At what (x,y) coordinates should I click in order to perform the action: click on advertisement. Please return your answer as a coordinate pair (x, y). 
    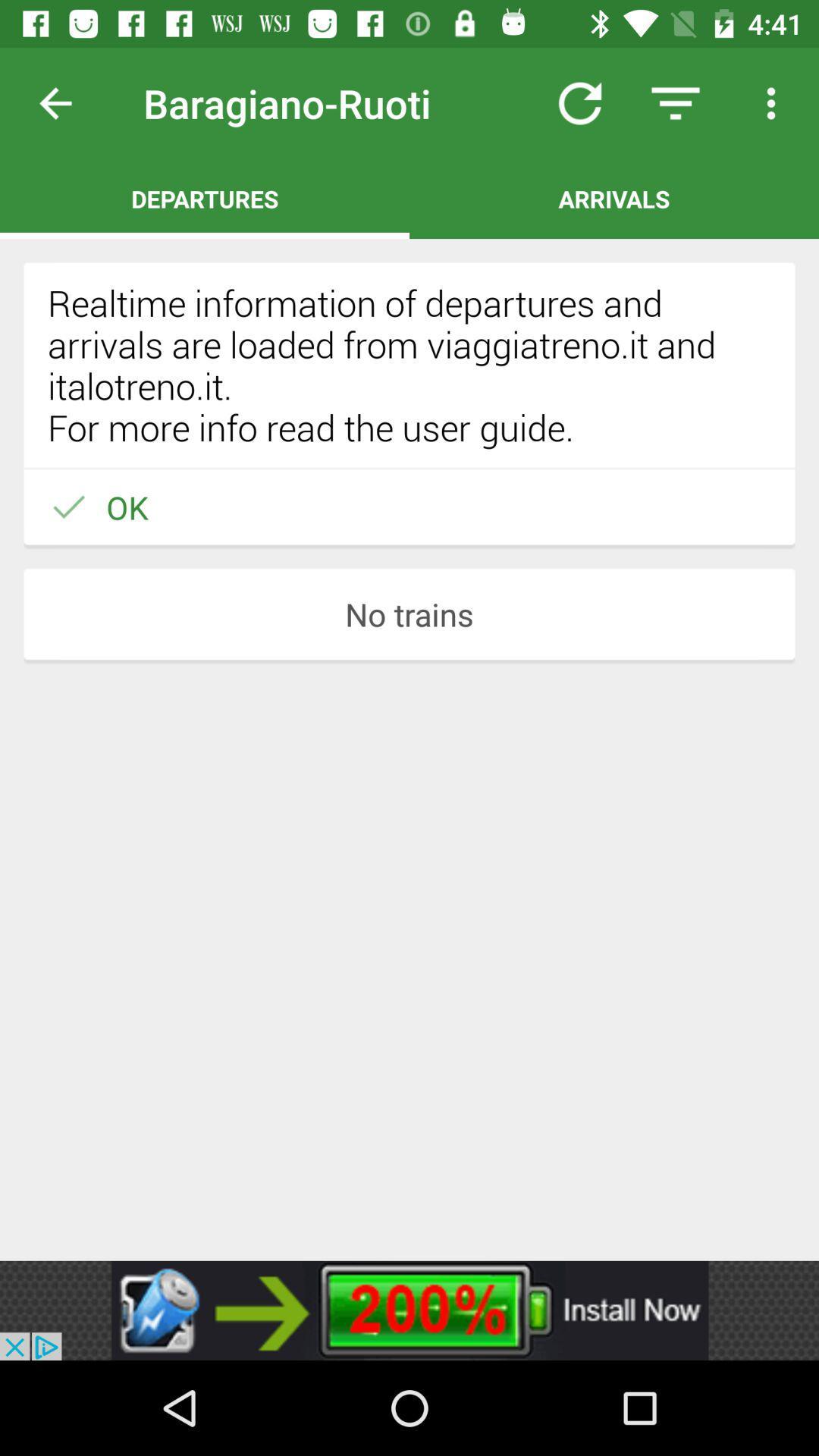
    Looking at the image, I should click on (409, 1310).